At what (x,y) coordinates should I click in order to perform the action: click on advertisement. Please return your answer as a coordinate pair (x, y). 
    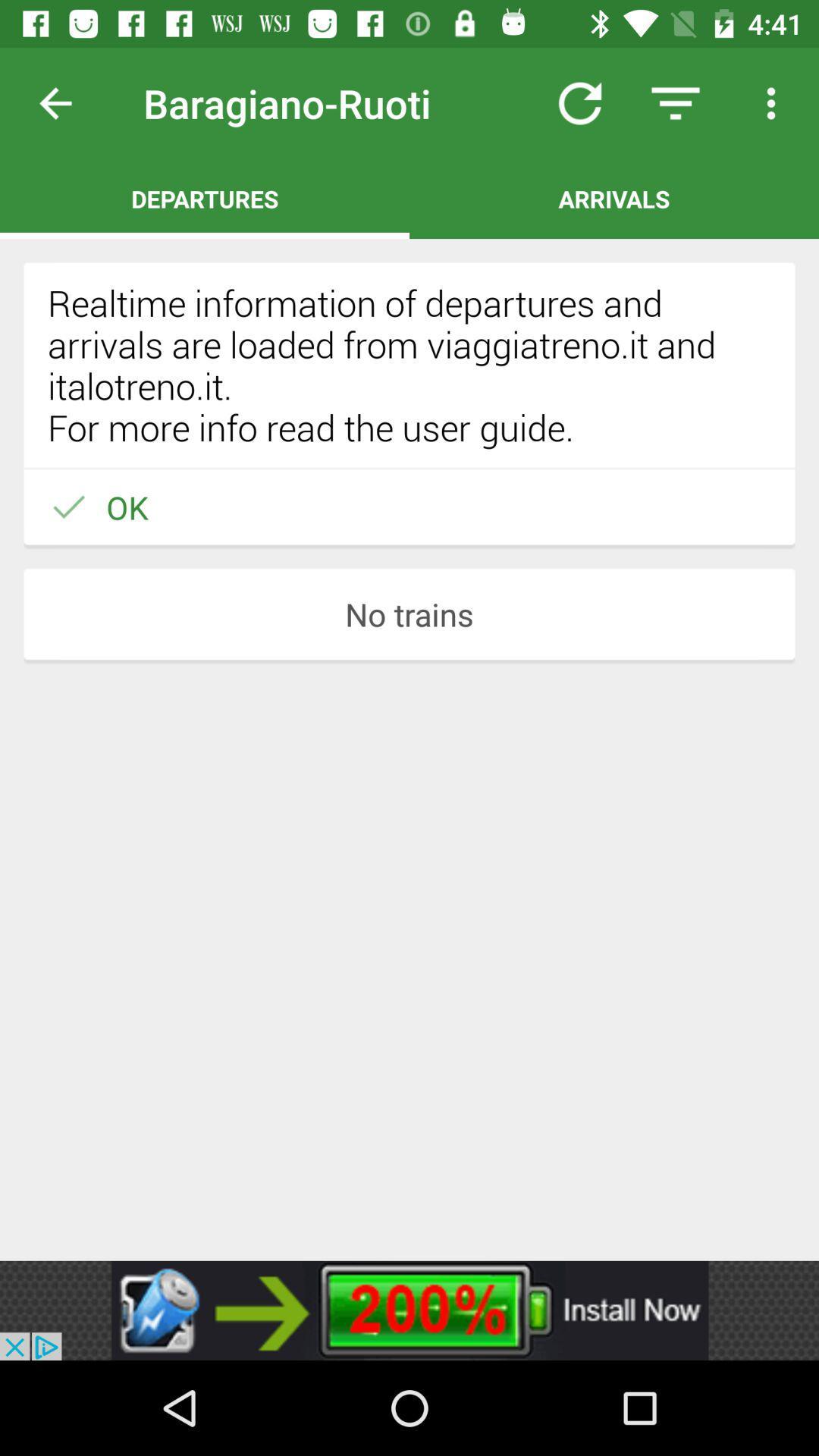
    Looking at the image, I should click on (409, 1310).